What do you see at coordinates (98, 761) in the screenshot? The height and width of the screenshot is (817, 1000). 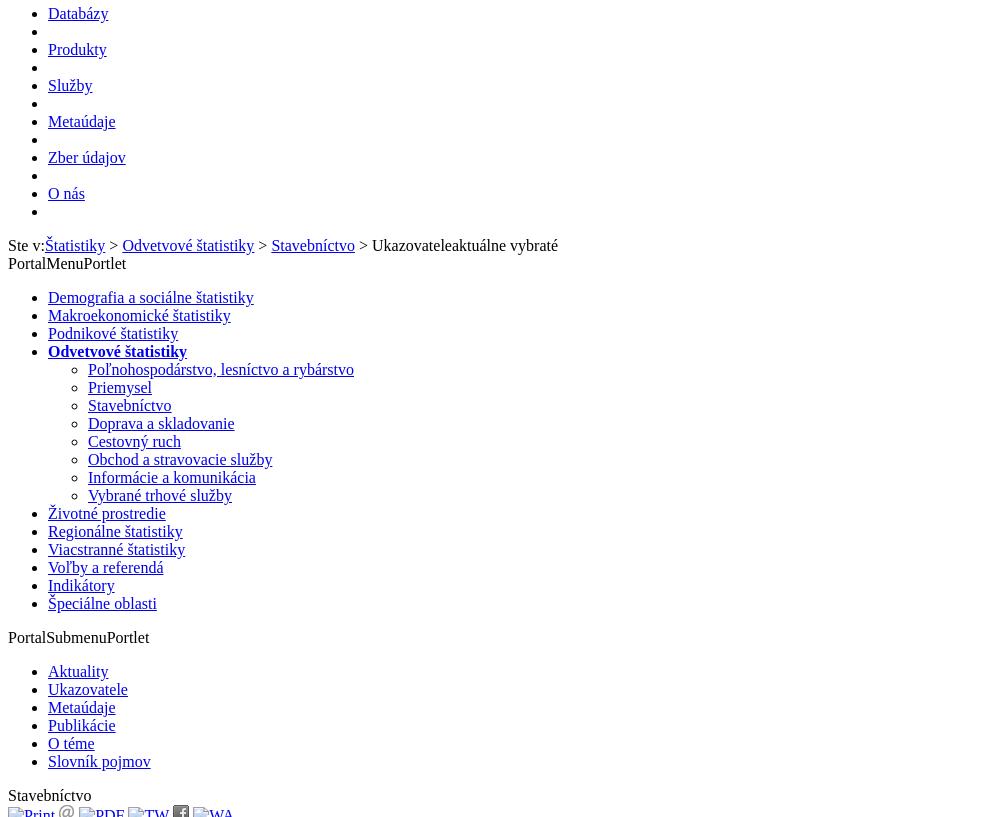 I see `'Slovník pojmov'` at bounding box center [98, 761].